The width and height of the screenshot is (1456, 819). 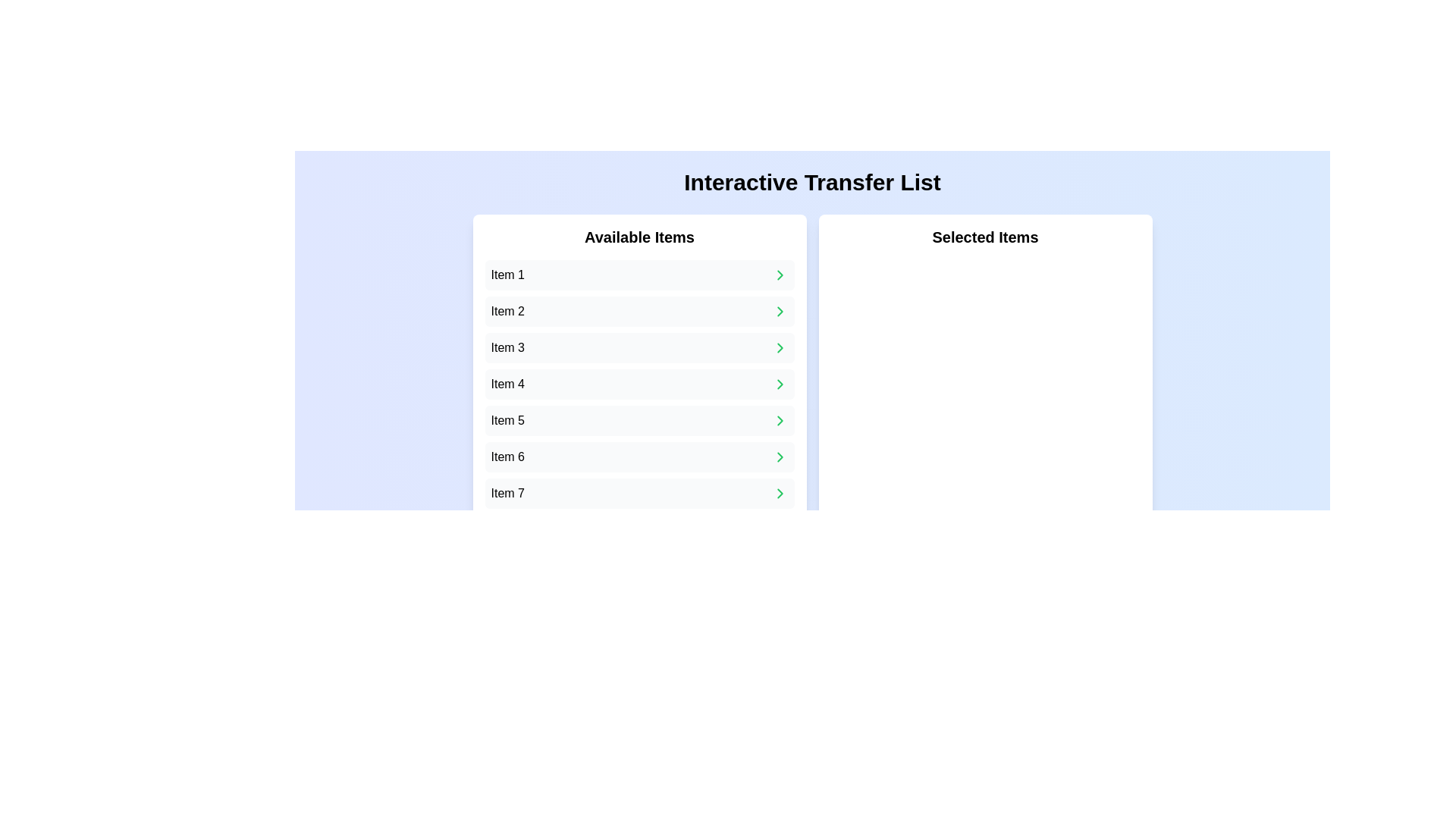 What do you see at coordinates (507, 421) in the screenshot?
I see `the text label 'Item 5' which identifies the fifth selectable item in the list under 'Available Items'` at bounding box center [507, 421].